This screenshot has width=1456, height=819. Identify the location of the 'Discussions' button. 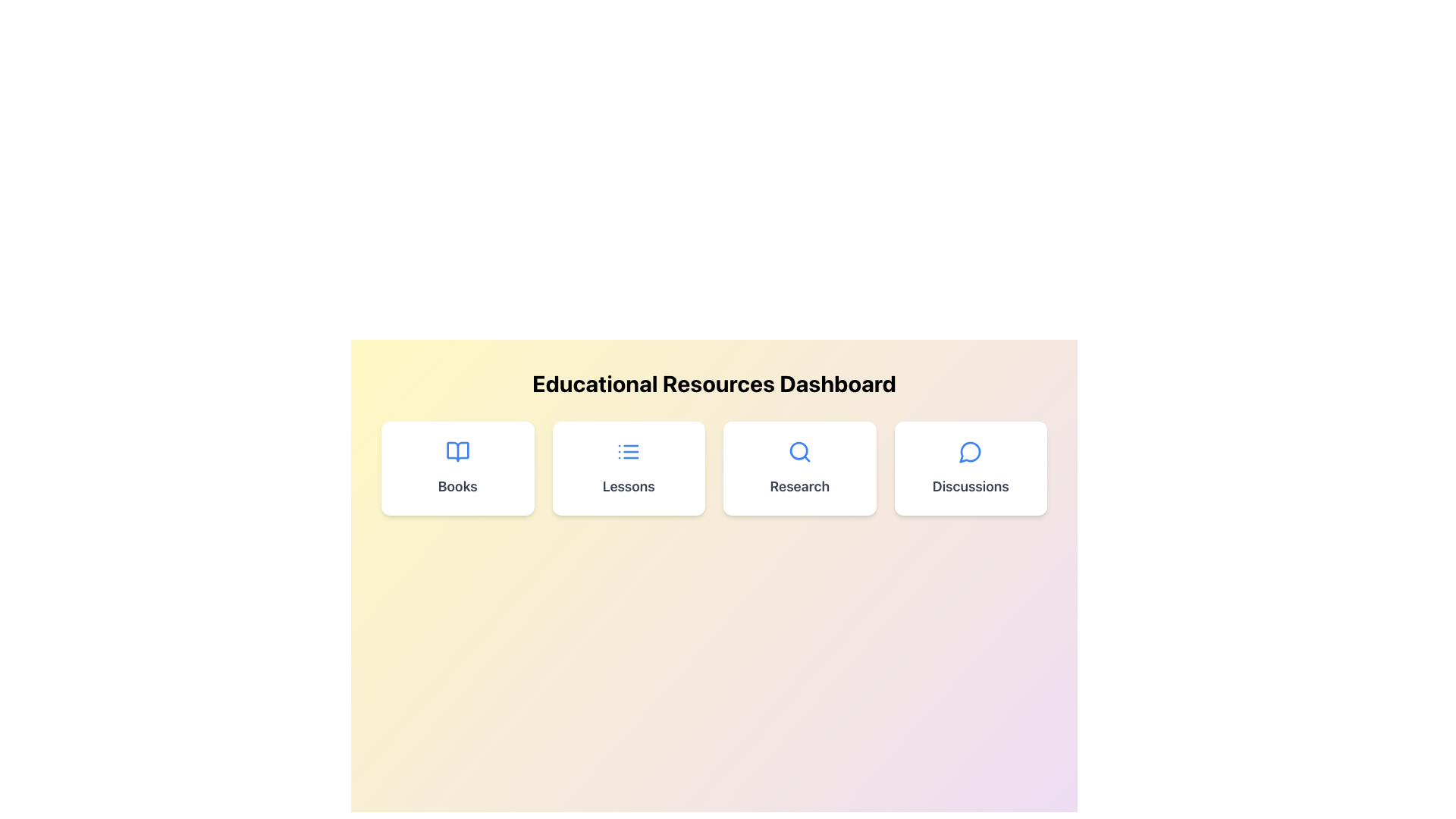
(971, 467).